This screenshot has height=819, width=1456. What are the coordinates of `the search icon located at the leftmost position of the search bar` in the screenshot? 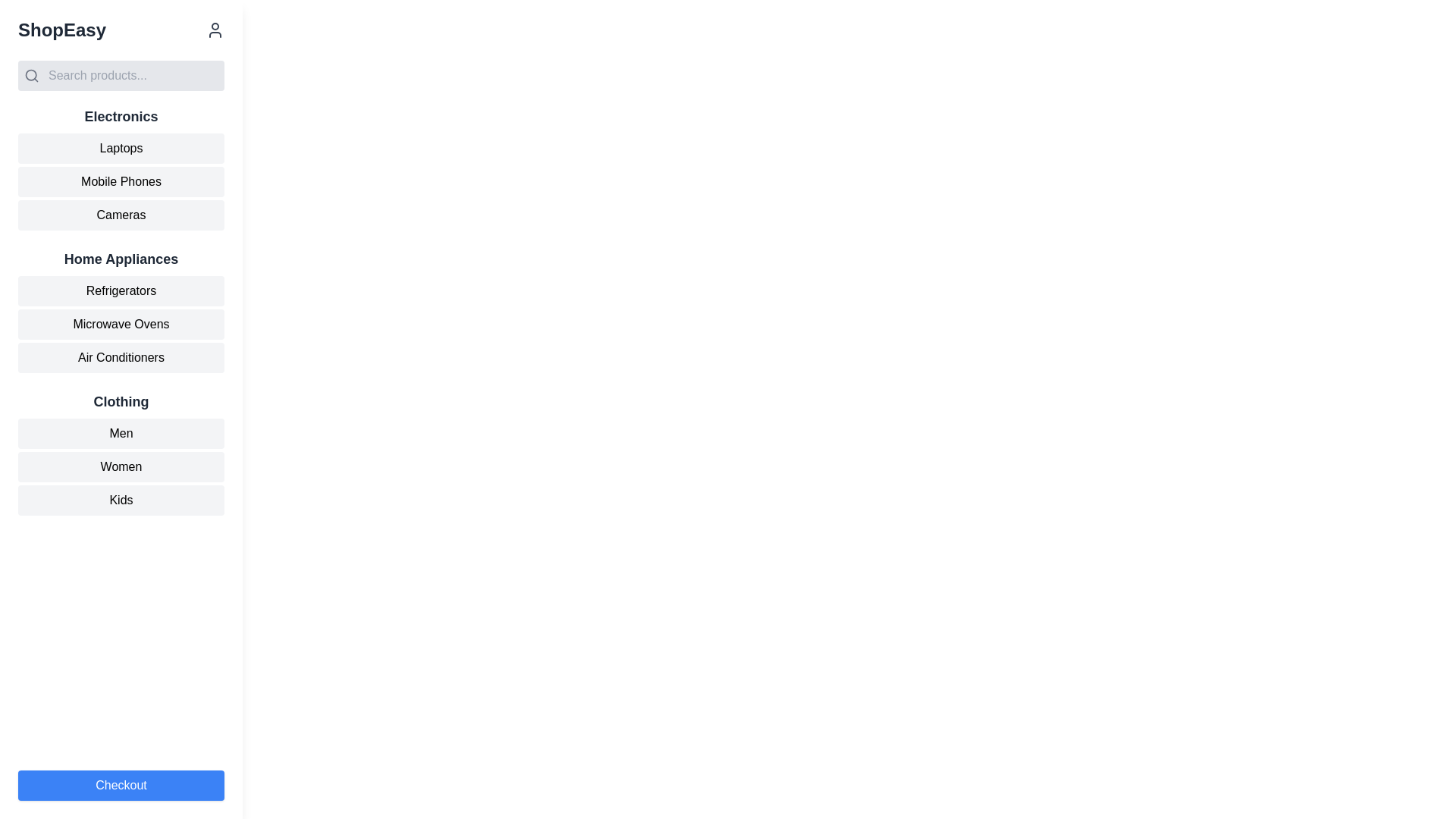 It's located at (32, 76).